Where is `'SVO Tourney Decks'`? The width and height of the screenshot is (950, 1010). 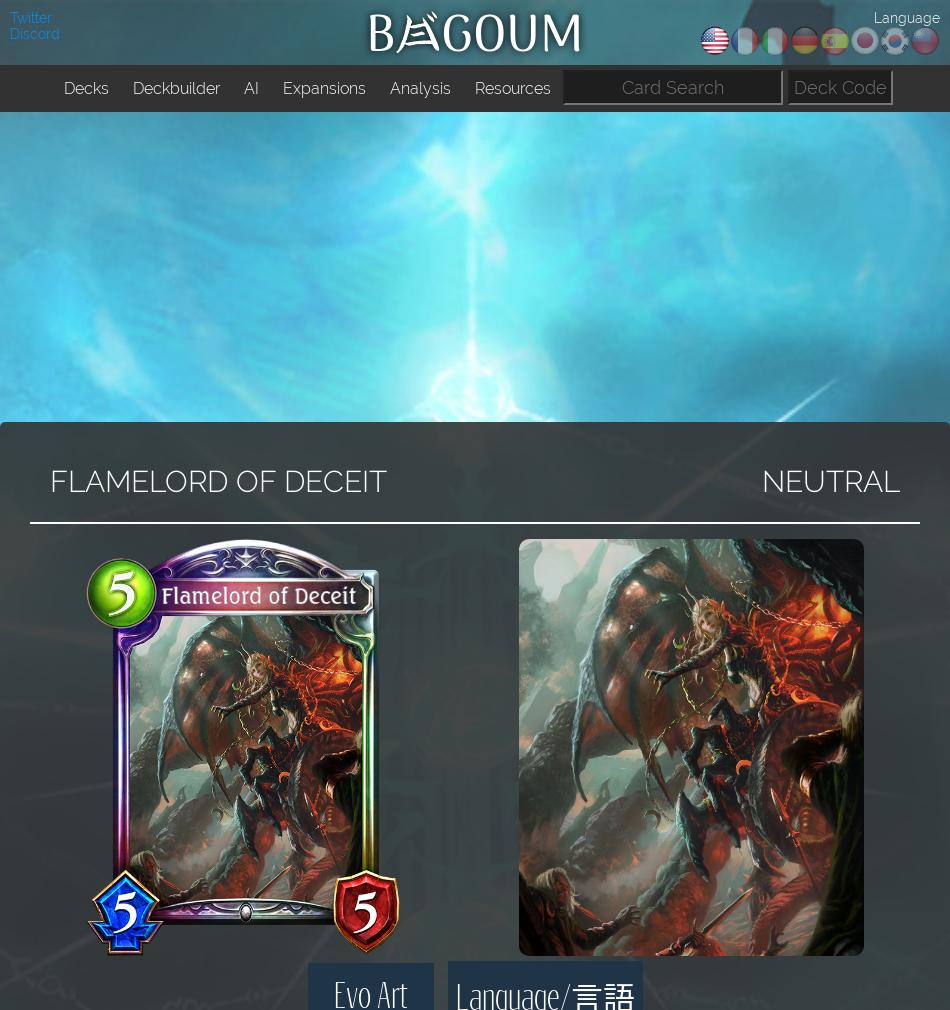 'SVO Tourney Decks' is located at coordinates (138, 132).